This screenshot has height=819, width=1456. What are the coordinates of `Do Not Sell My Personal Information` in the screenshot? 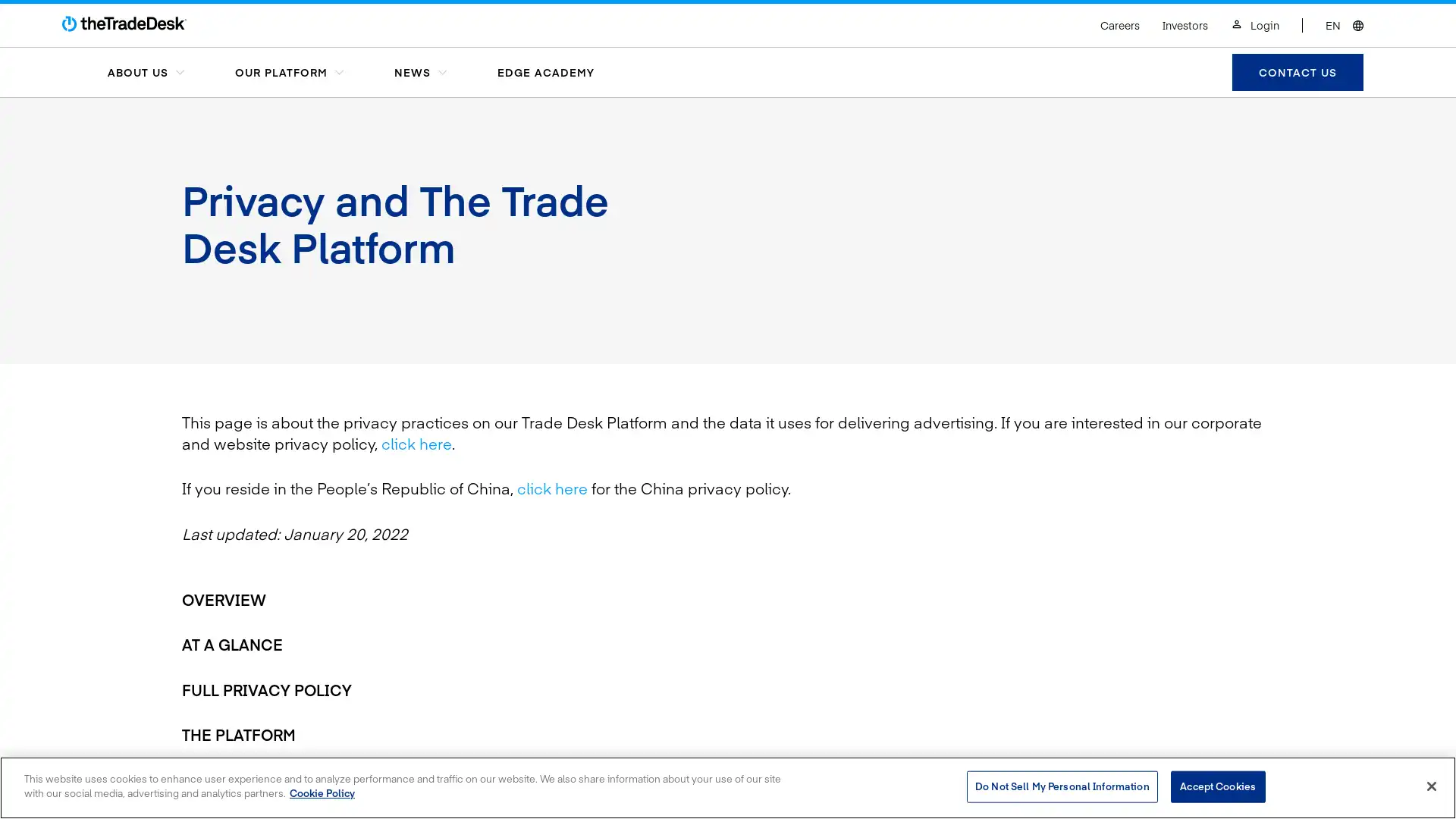 It's located at (1061, 786).